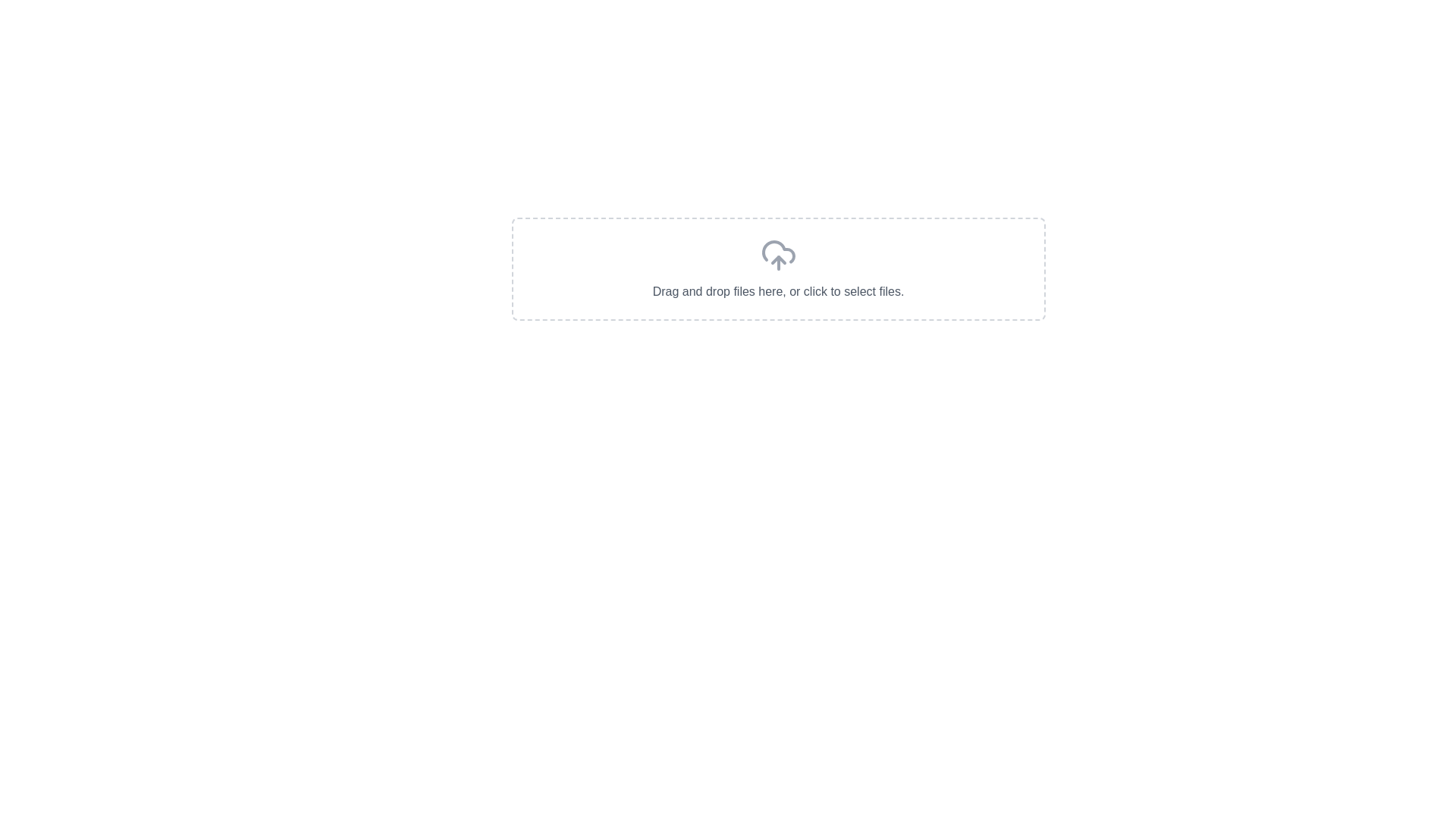 Image resolution: width=1456 pixels, height=819 pixels. What do you see at coordinates (778, 268) in the screenshot?
I see `the Dropzone area that features a cloud icon with an upward arrow and the text 'Drag and drop files here, or click to select files.'` at bounding box center [778, 268].